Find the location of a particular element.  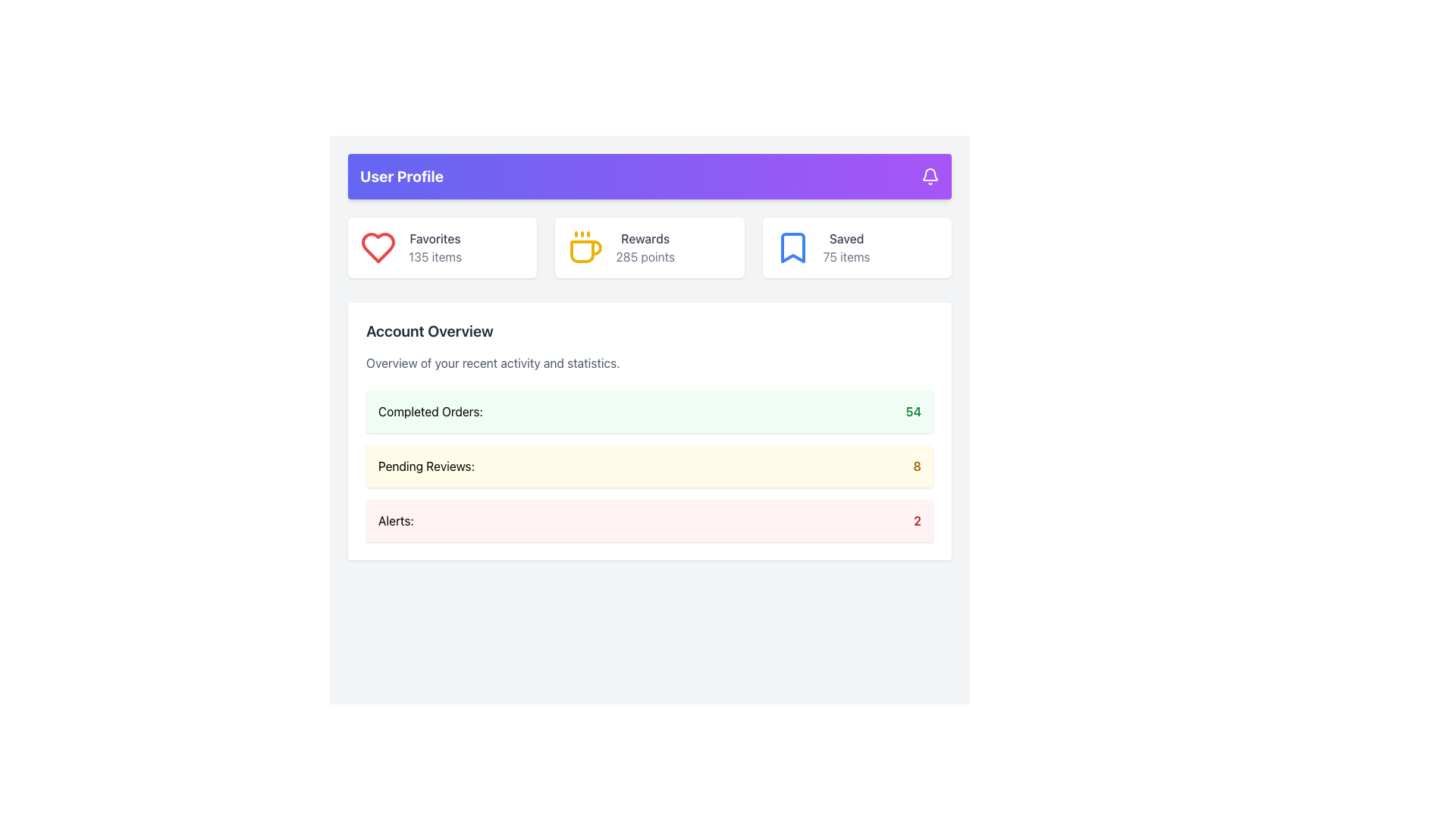

the Static Text element displaying the alert count of '2' located in the 'Account Overview' panel, next to 'Alerts:' is located at coordinates (916, 519).